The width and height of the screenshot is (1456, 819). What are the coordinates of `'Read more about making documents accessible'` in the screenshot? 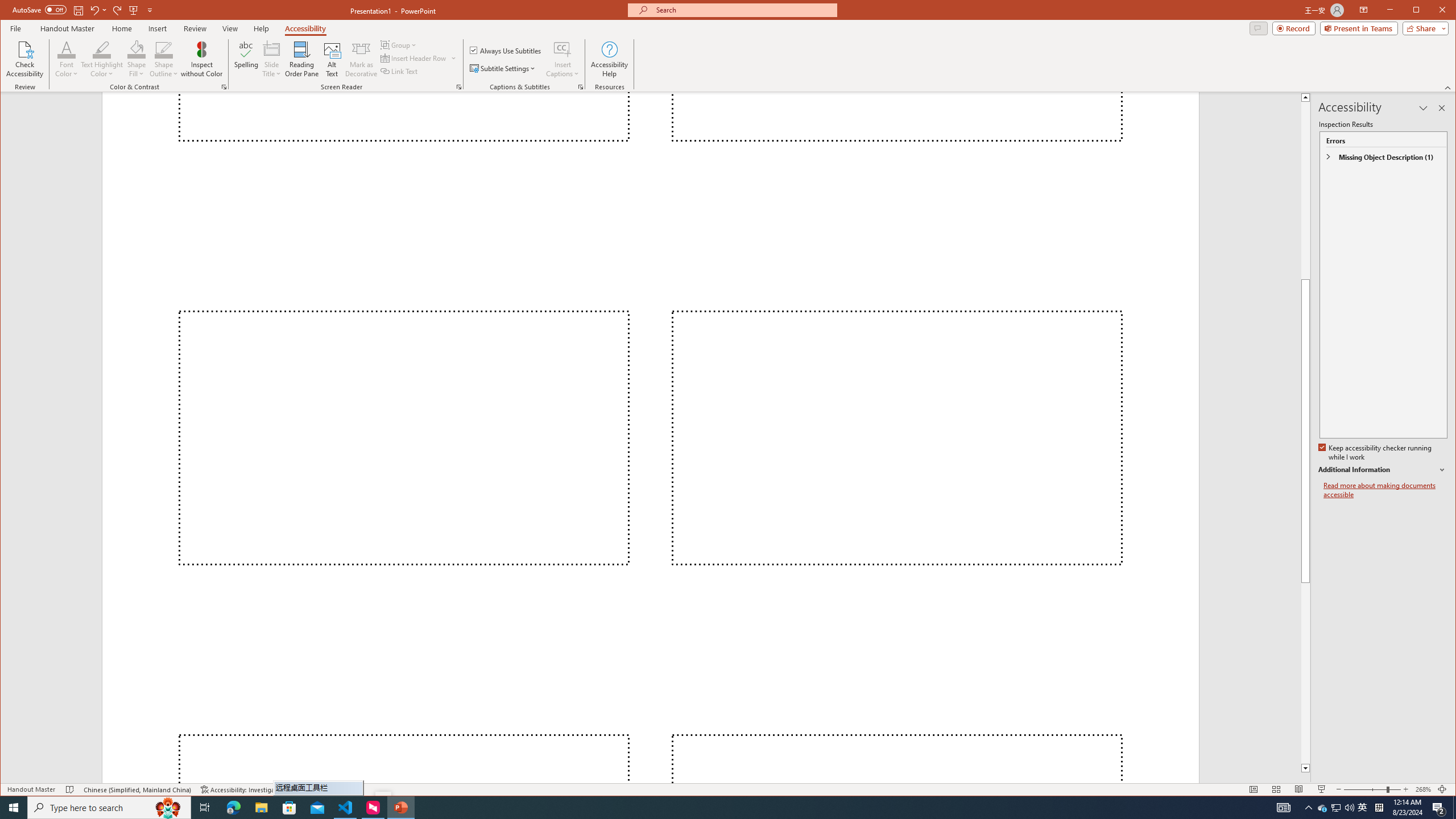 It's located at (1384, 490).